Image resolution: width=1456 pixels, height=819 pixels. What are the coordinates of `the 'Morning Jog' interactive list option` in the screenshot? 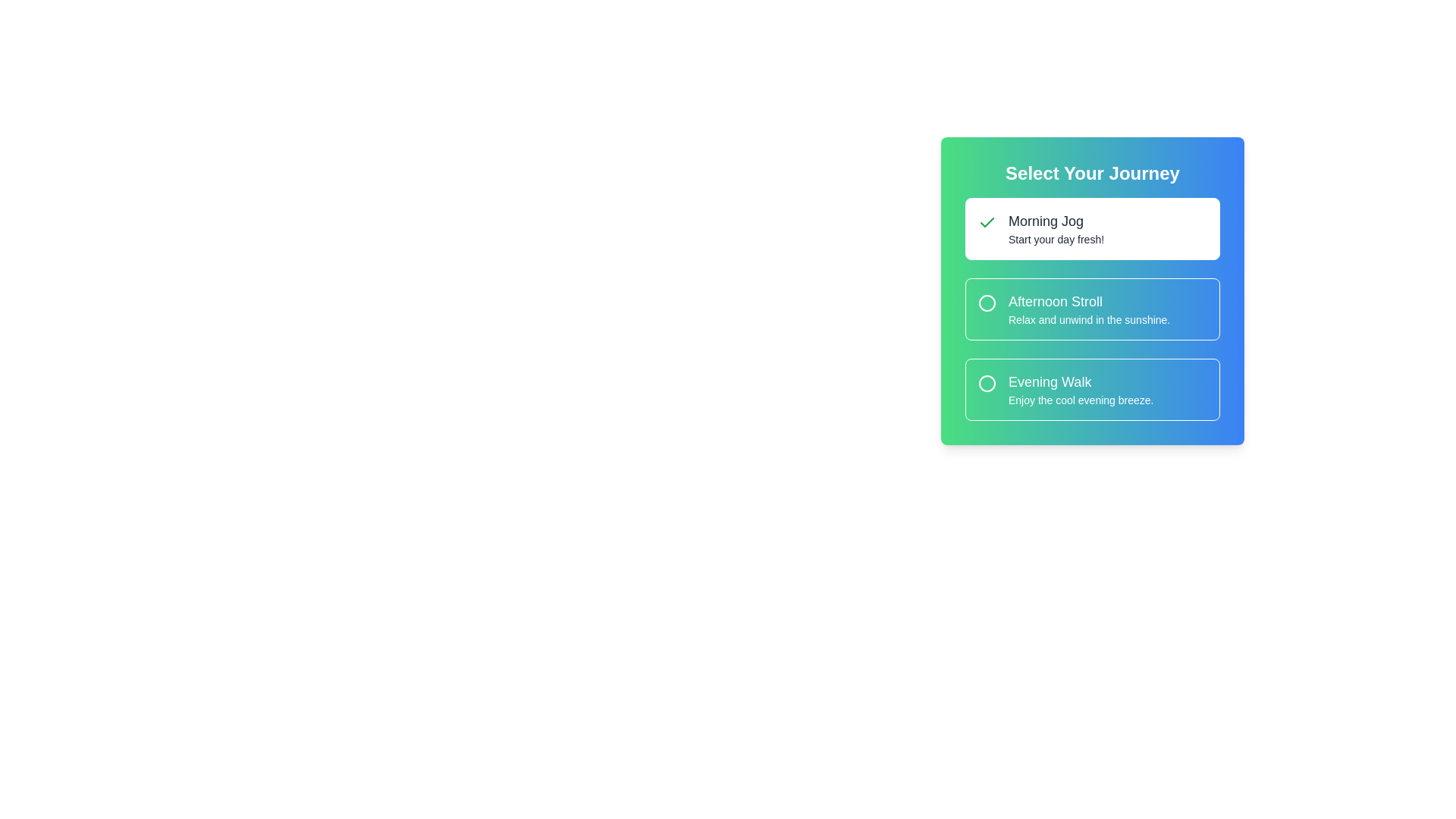 It's located at (1092, 228).